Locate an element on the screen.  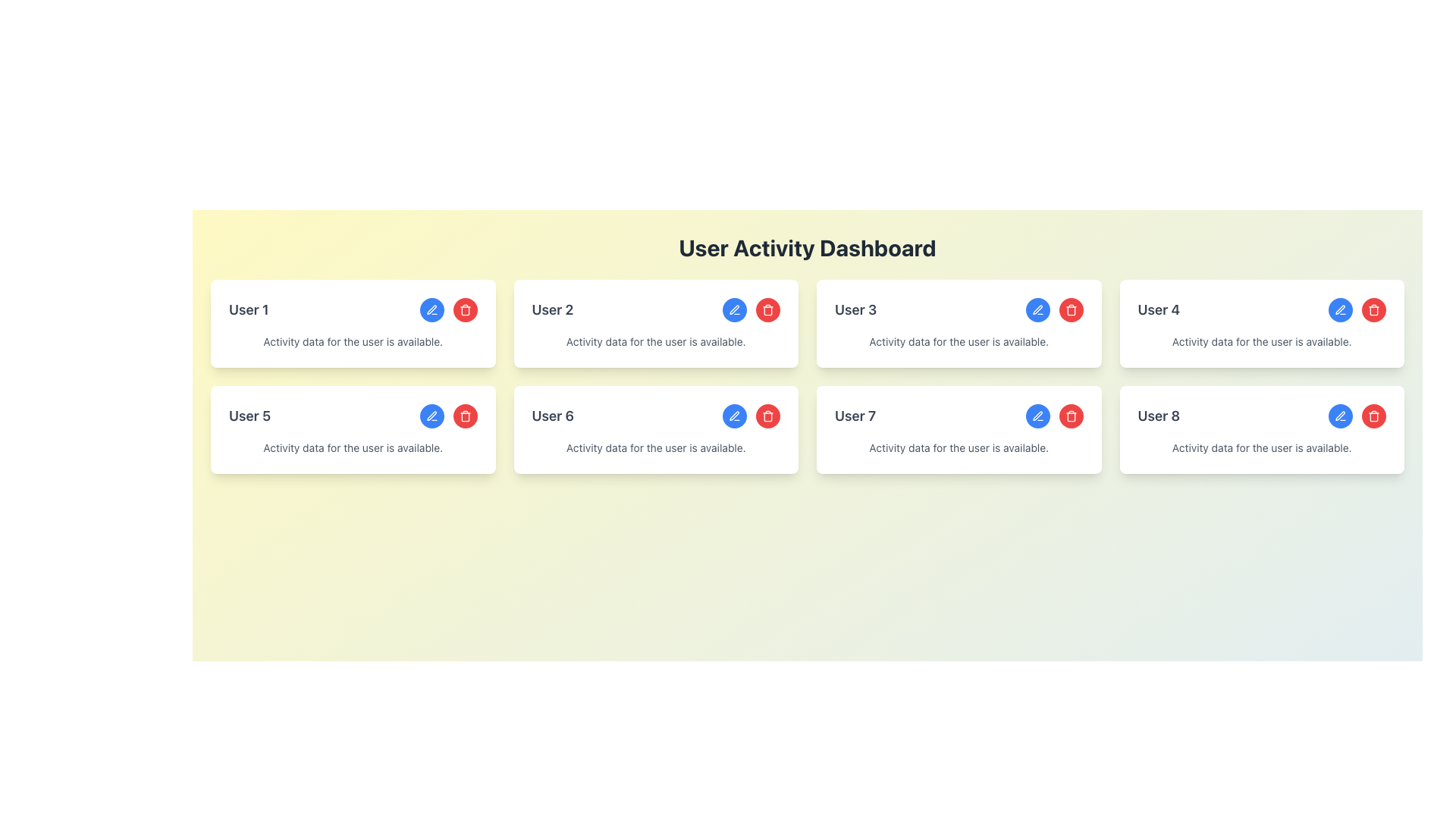
informational text about the activity data availability for 'User 8', located at the bottom of the user card in the bottom-right corner of the interface is located at coordinates (1262, 447).